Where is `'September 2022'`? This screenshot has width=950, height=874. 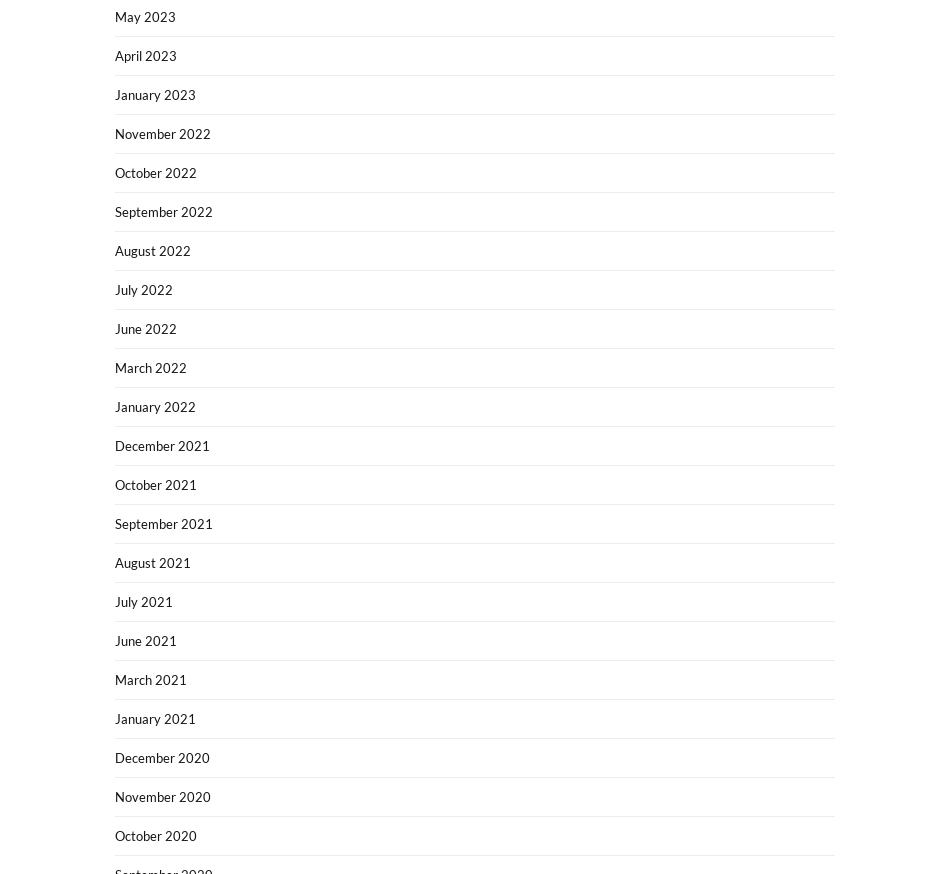 'September 2022' is located at coordinates (115, 211).